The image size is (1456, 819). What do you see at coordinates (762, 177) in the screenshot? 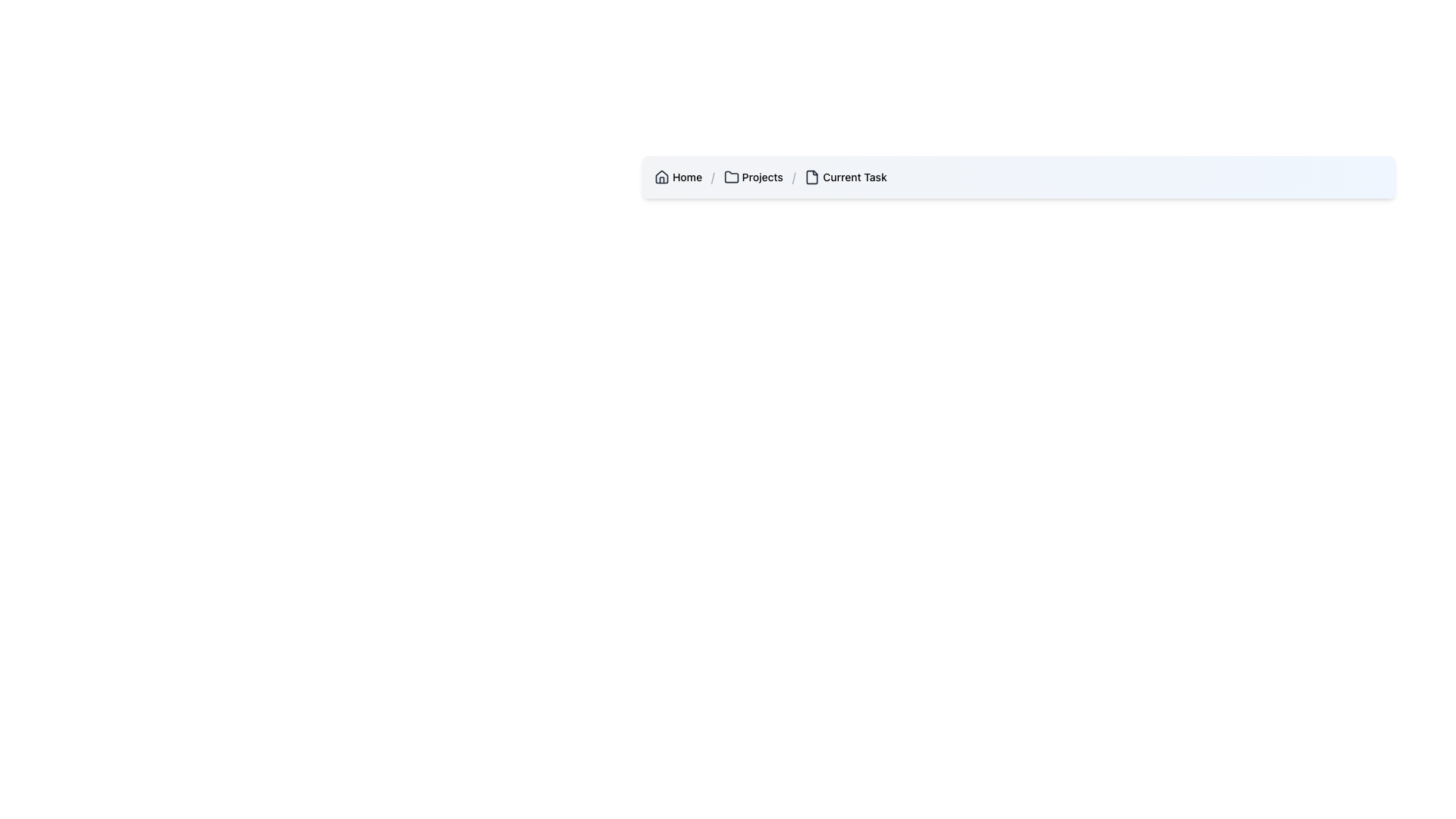
I see `the text label 'Projects' located in the breadcrumb navigation bar, which is the second item and has a folder icon to its left` at bounding box center [762, 177].